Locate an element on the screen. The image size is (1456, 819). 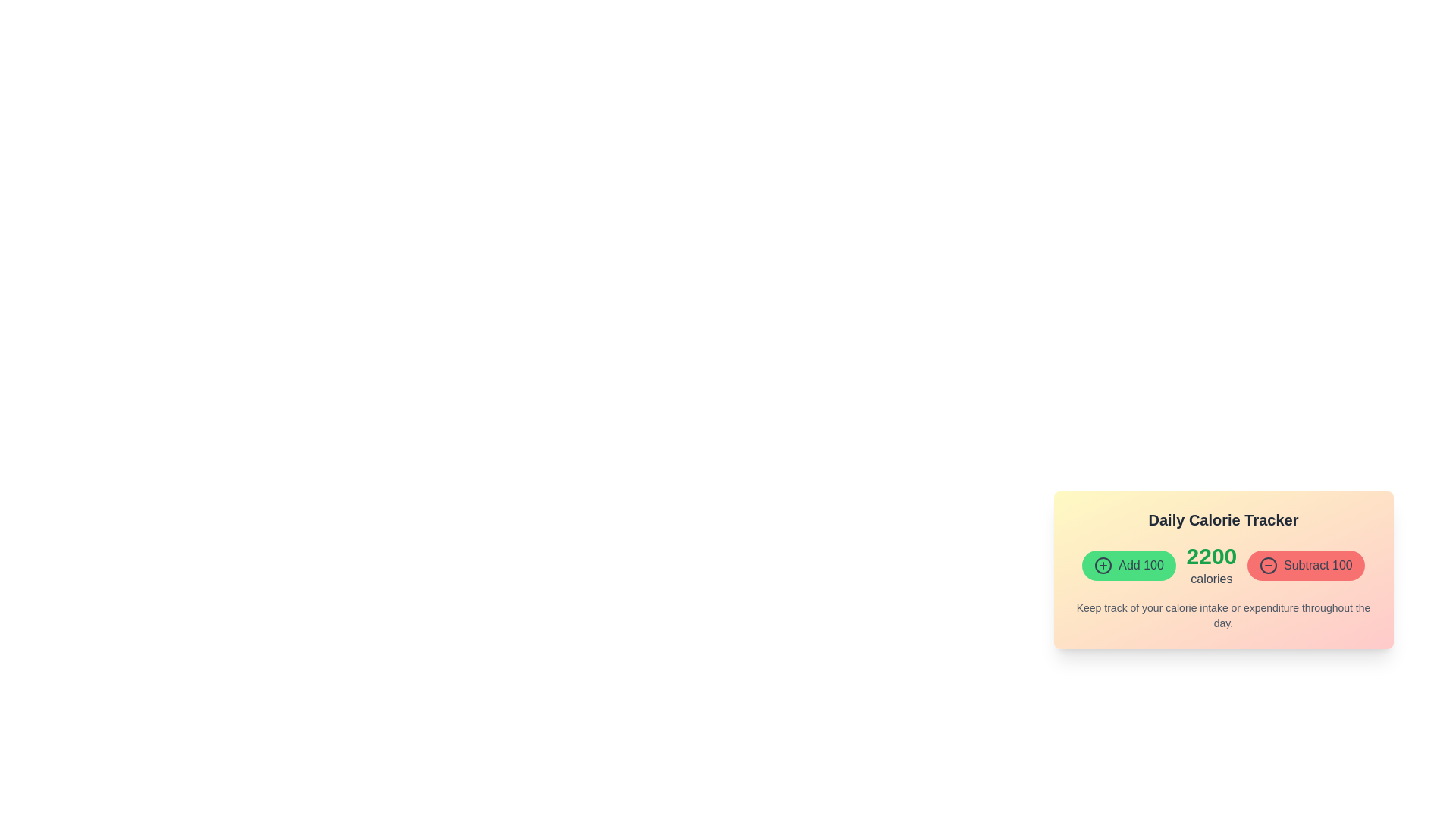
text content of the 'calories' label, which is a medium-sized dark text positioned below the bold green numerical value '2200' in the 'Daily Calorie Tracker' section is located at coordinates (1211, 579).